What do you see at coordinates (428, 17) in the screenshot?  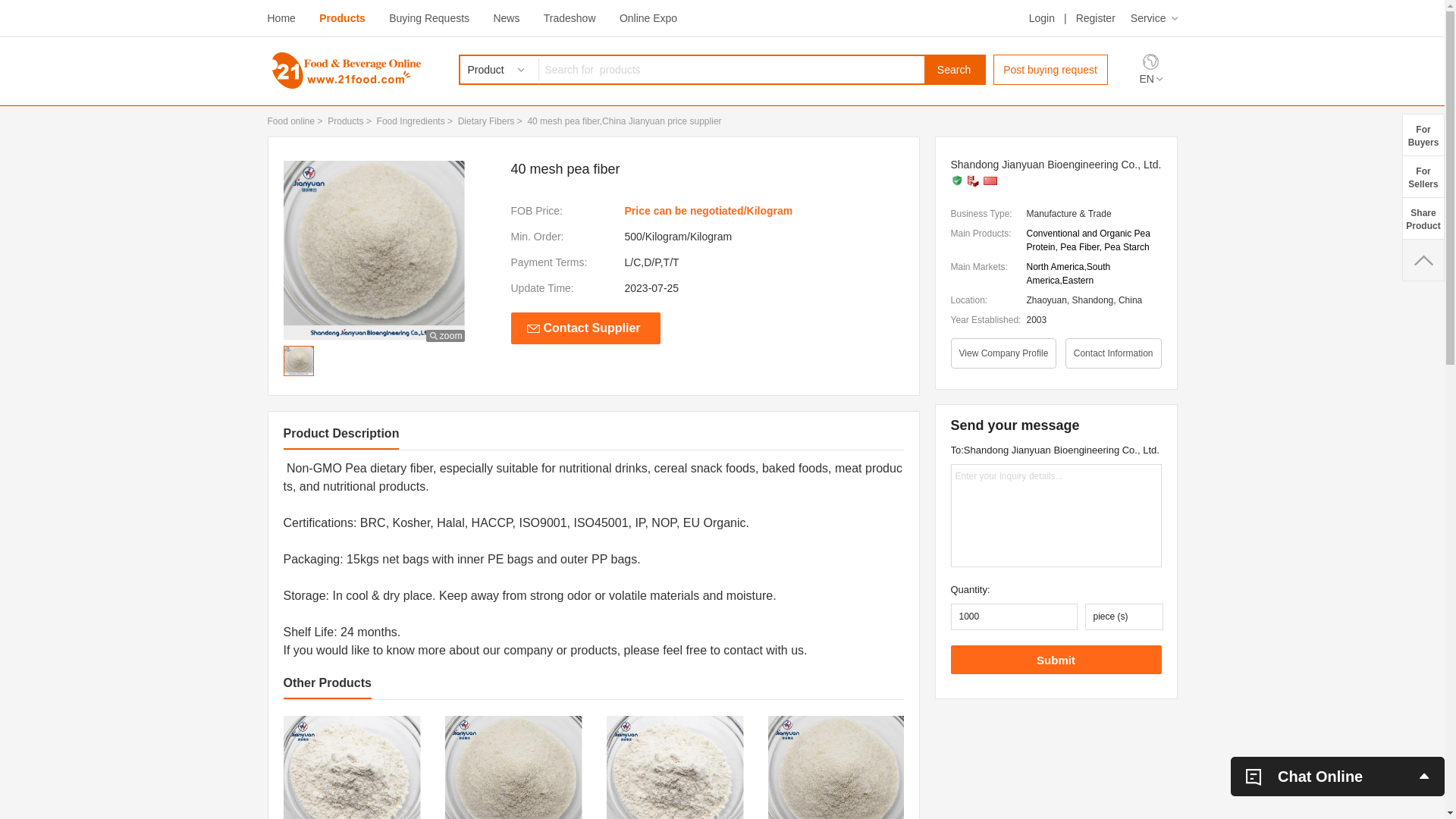 I see `'Buying Requests'` at bounding box center [428, 17].